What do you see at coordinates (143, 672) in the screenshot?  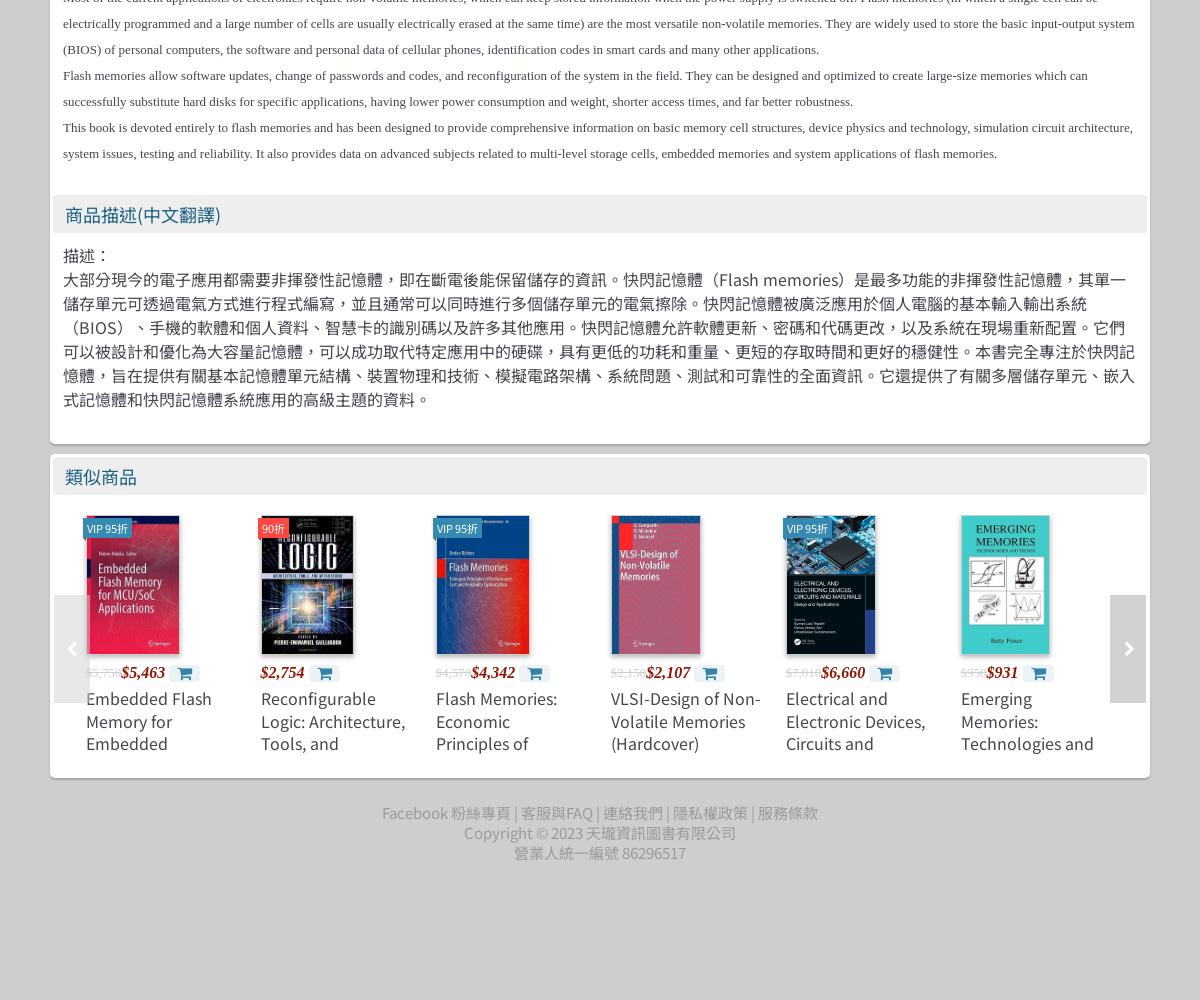 I see `'$5,463'` at bounding box center [143, 672].